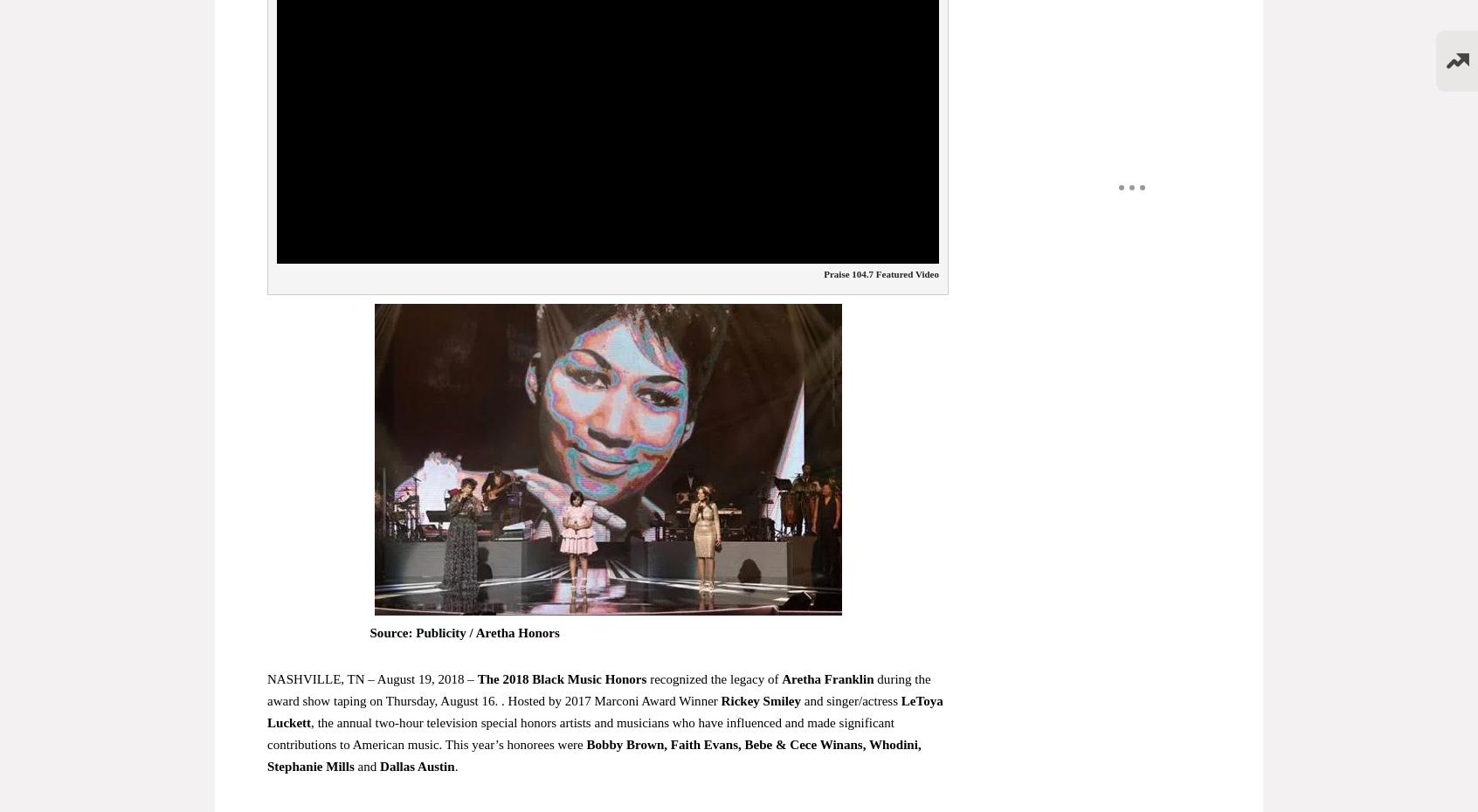 Image resolution: width=1478 pixels, height=812 pixels. What do you see at coordinates (827, 678) in the screenshot?
I see `'Aretha Franklin'` at bounding box center [827, 678].